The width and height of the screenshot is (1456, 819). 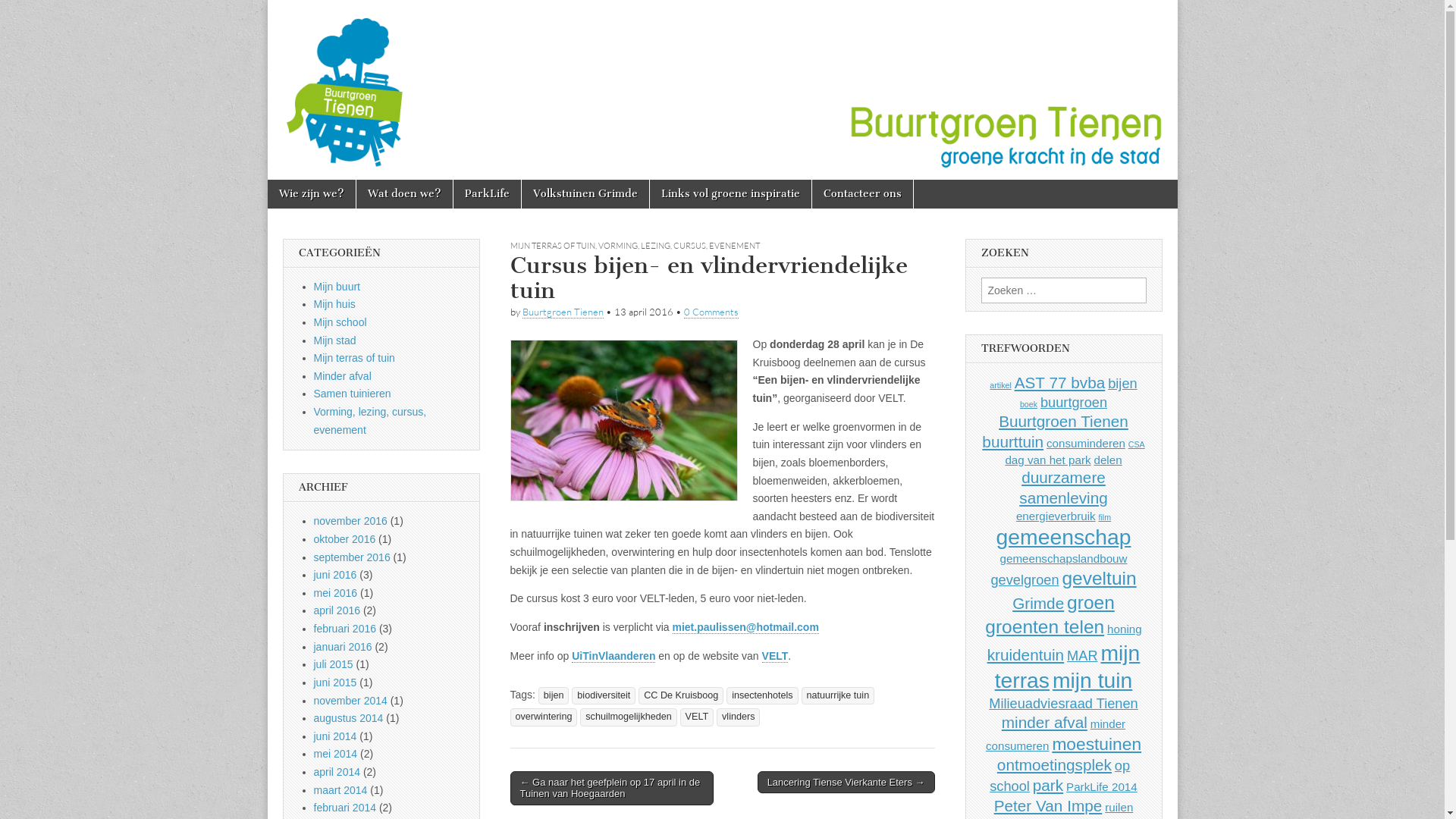 I want to click on 'artikel', so click(x=1000, y=384).